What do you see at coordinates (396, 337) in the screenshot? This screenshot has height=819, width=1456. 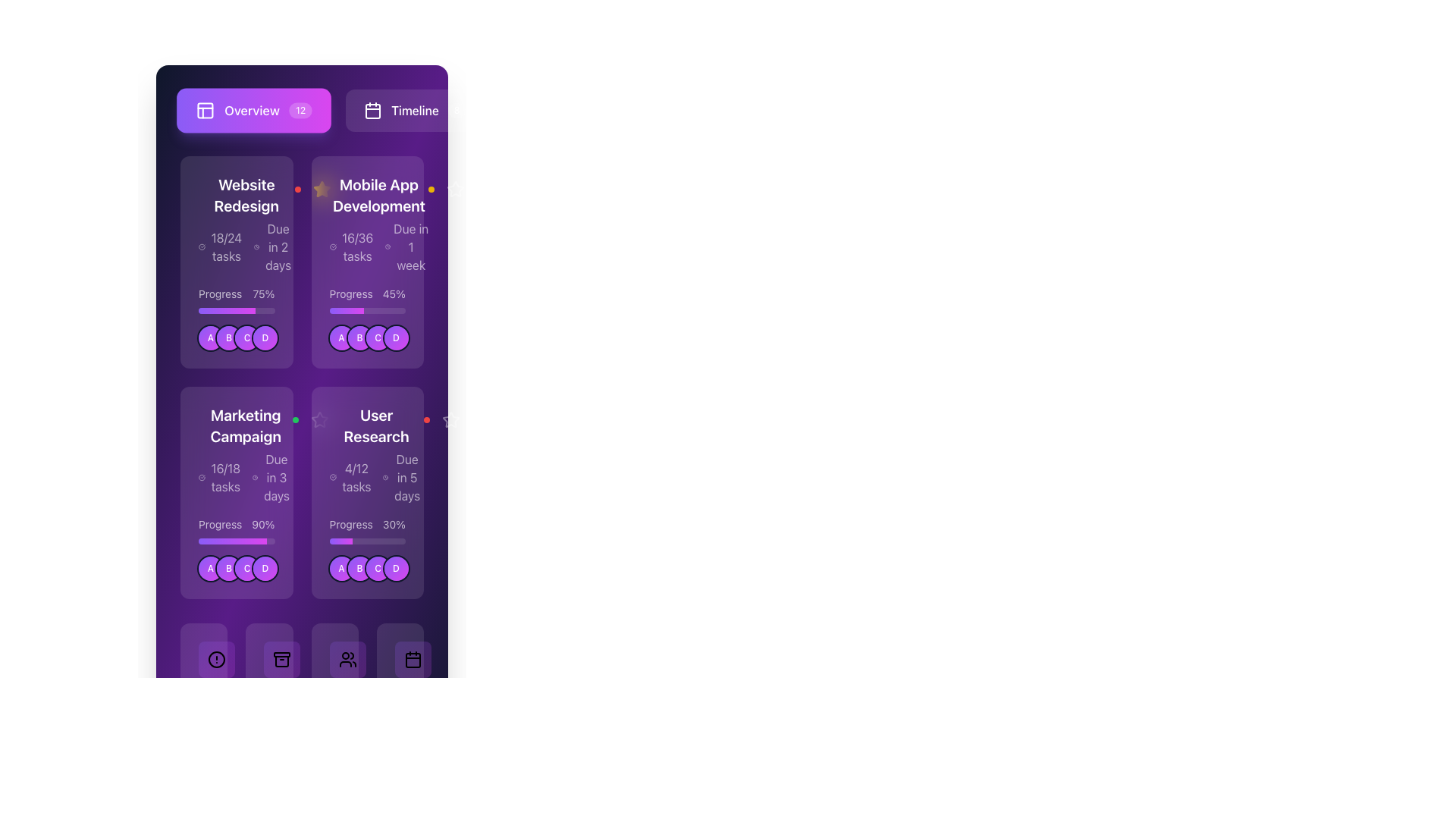 I see `the fourth circular badge labeled 'D' in the horizontal row of badges within the 'Mobile App Development' card` at bounding box center [396, 337].